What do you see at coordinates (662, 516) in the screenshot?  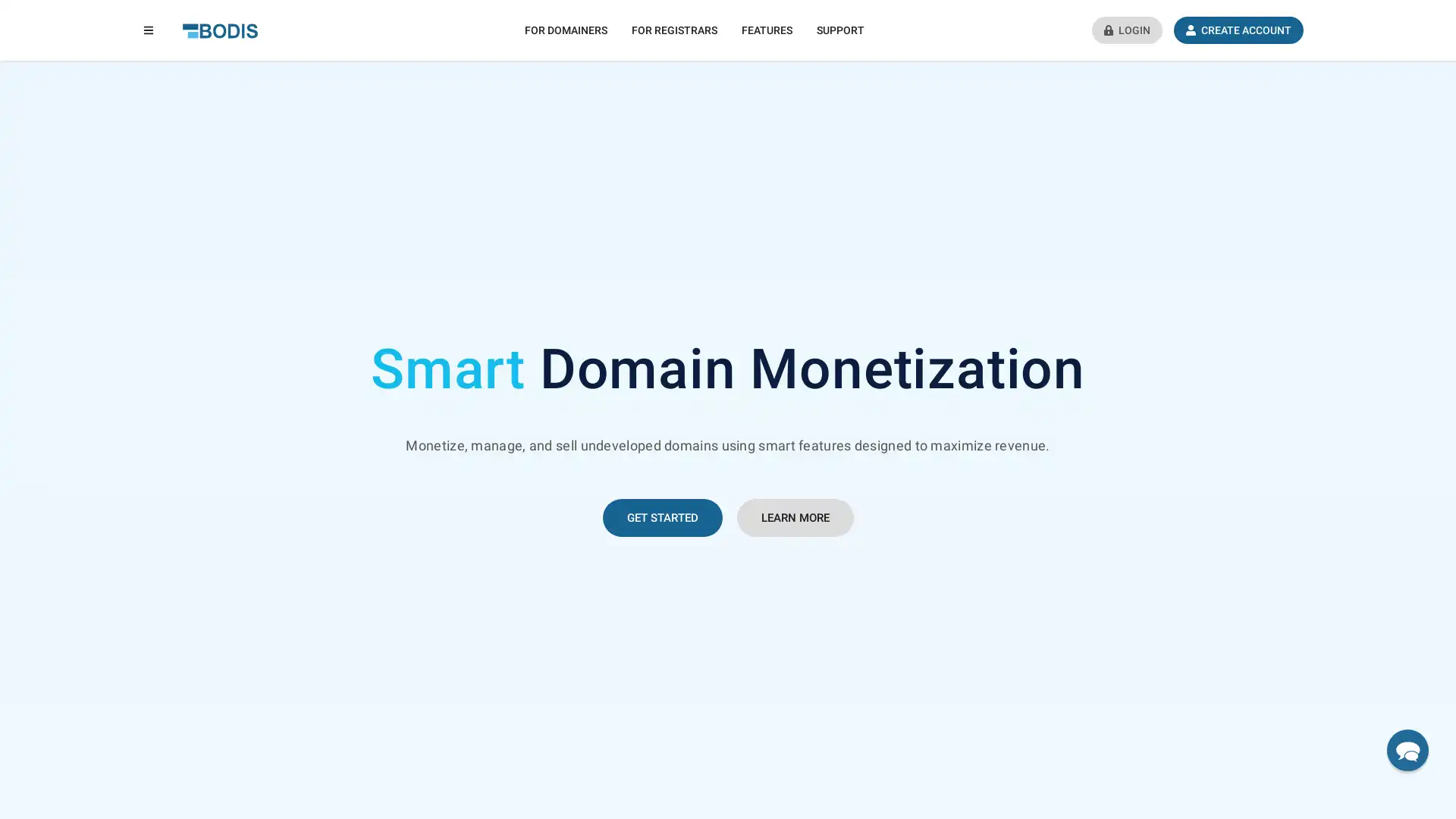 I see `GET STARTED` at bounding box center [662, 516].